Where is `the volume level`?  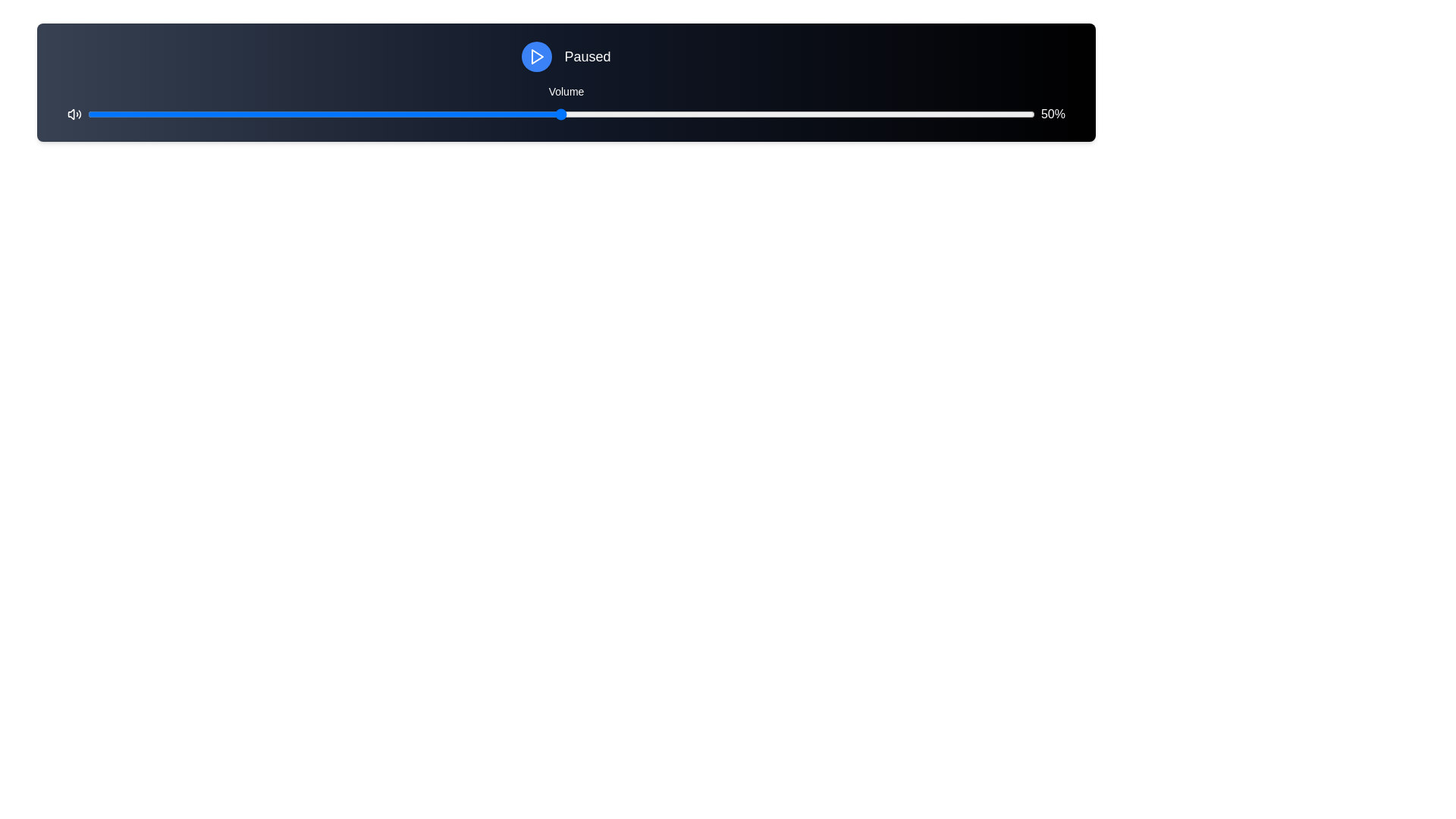 the volume level is located at coordinates (343, 113).